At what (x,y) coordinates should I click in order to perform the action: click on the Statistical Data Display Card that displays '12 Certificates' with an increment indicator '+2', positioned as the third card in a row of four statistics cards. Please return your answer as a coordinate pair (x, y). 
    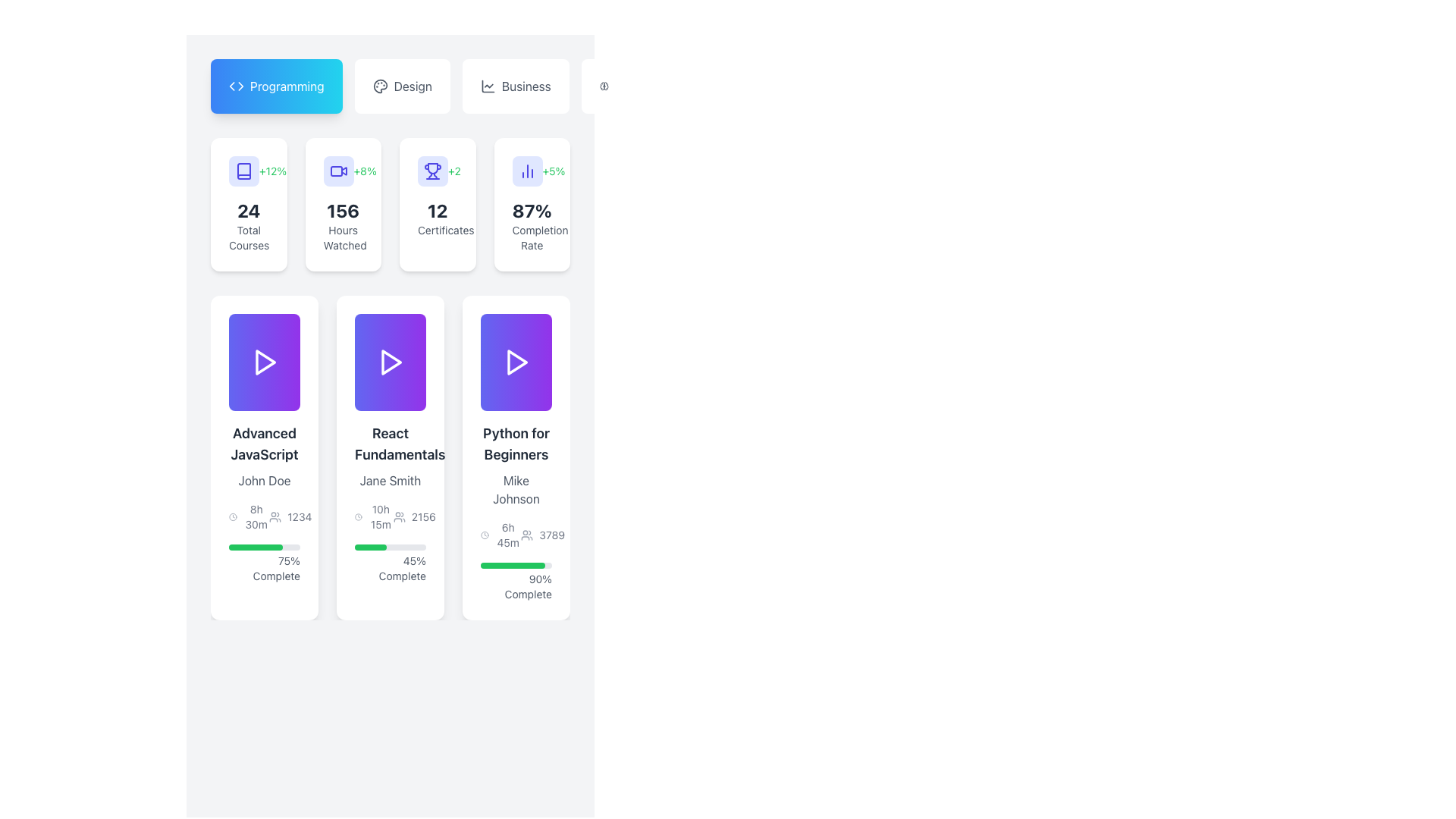
    Looking at the image, I should click on (390, 205).